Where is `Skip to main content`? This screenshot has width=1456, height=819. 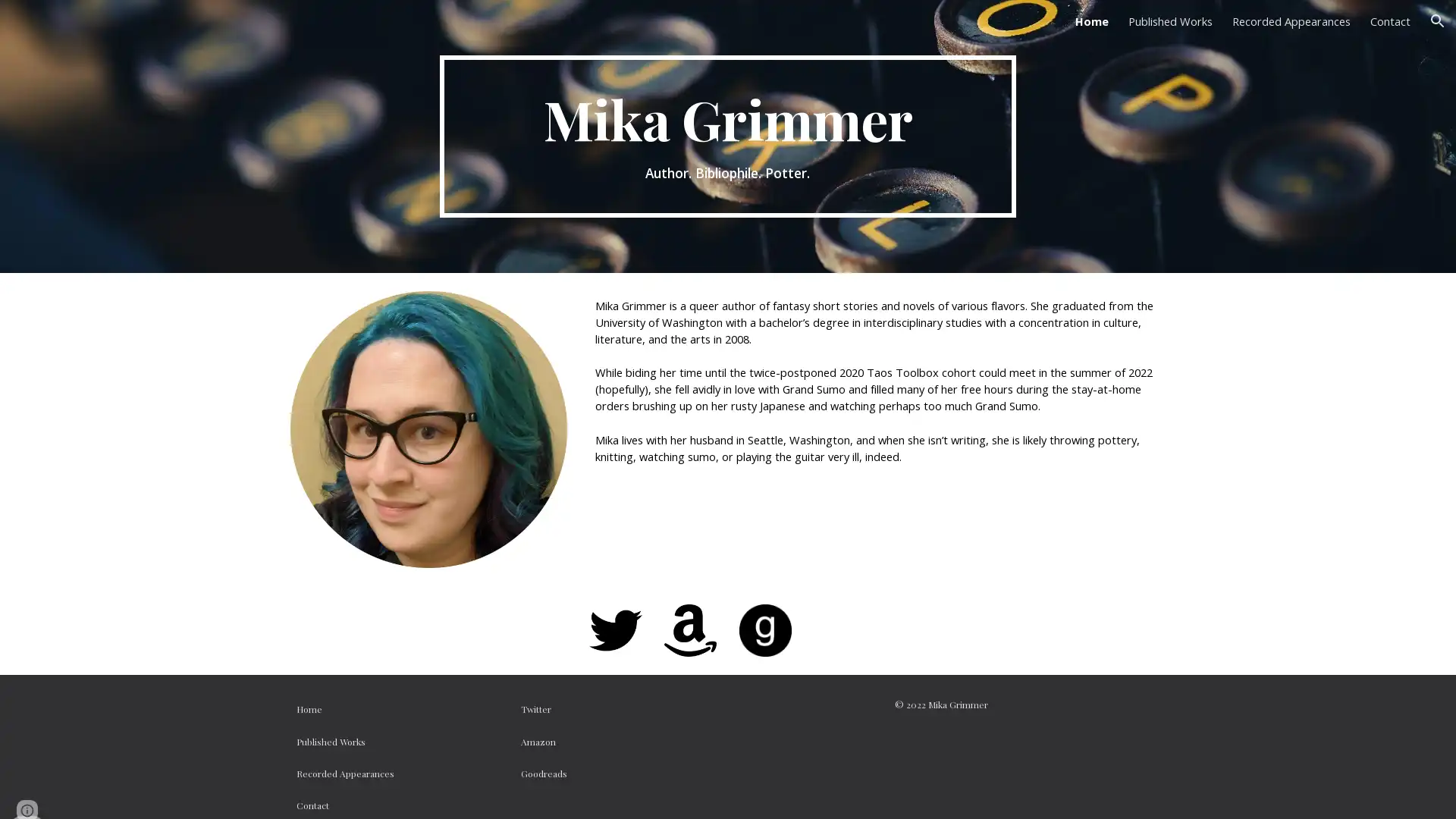
Skip to main content is located at coordinates (597, 28).